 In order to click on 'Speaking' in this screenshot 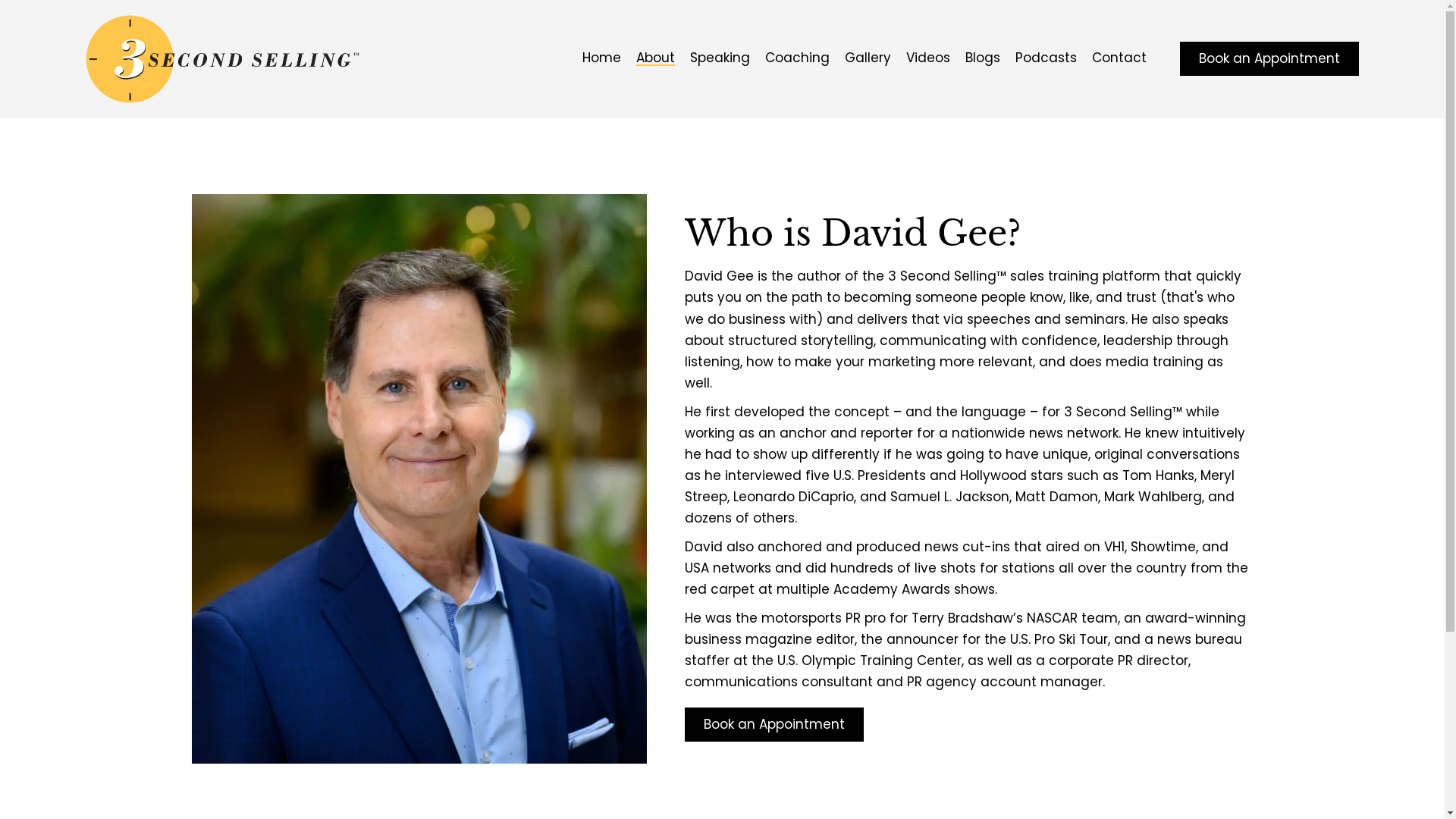, I will do `click(689, 58)`.